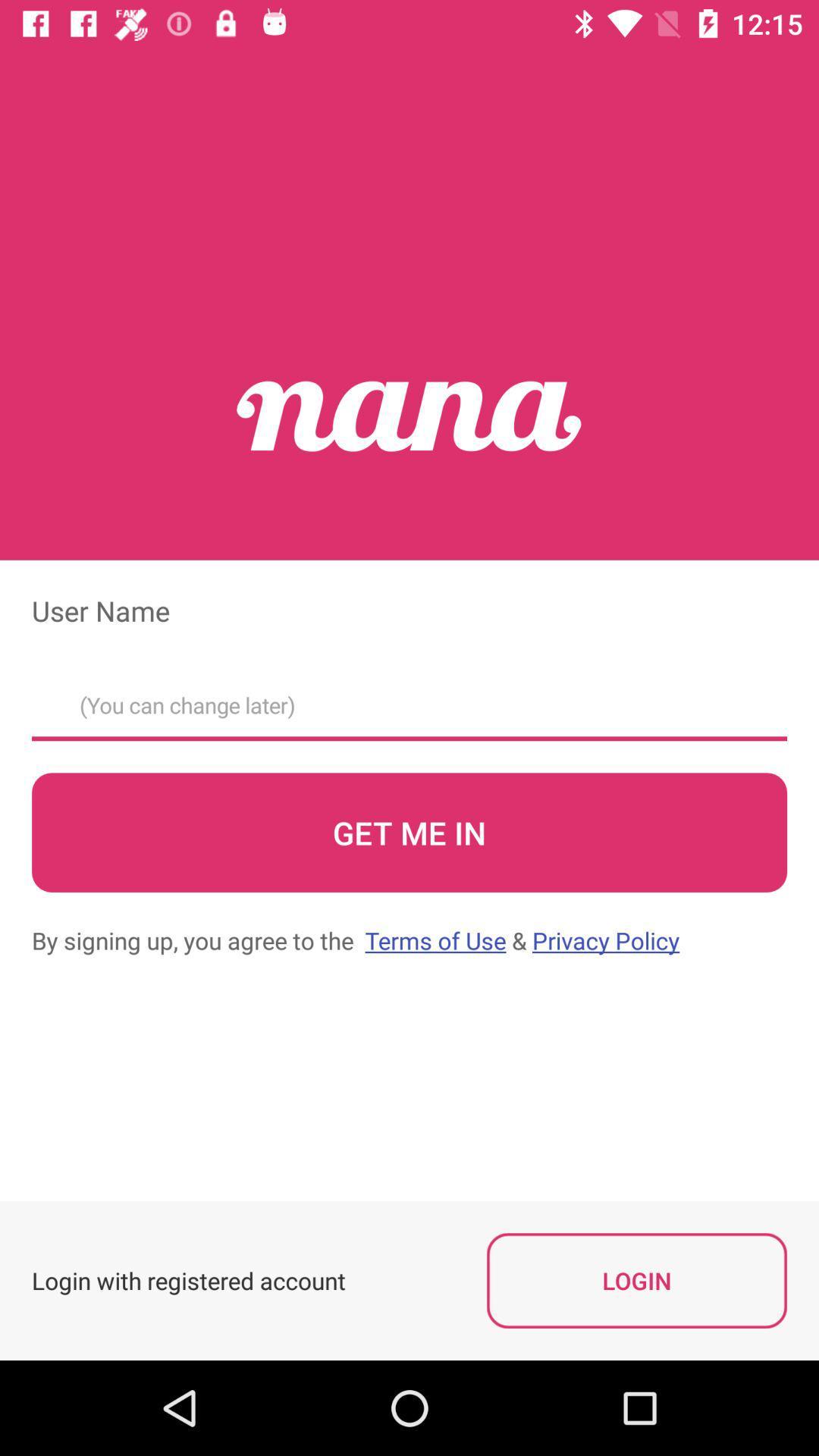 The image size is (819, 1456). Describe the element at coordinates (409, 700) in the screenshot. I see `user name` at that location.